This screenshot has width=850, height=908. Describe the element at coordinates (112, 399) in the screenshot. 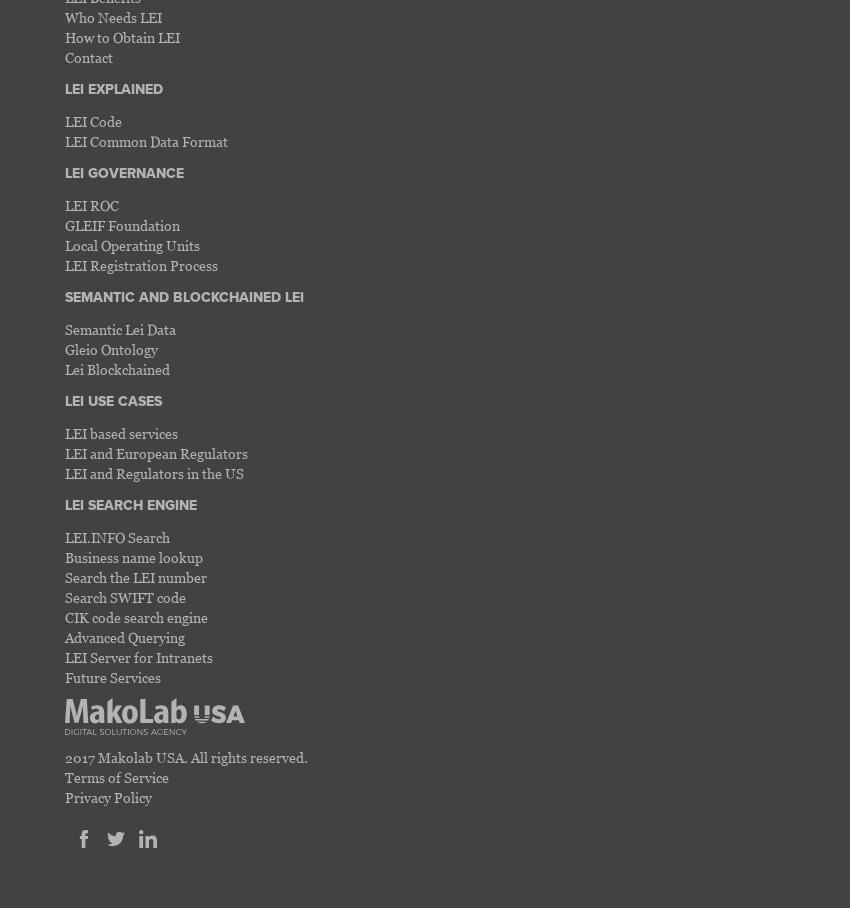

I see `'LEI USE CASES'` at that location.